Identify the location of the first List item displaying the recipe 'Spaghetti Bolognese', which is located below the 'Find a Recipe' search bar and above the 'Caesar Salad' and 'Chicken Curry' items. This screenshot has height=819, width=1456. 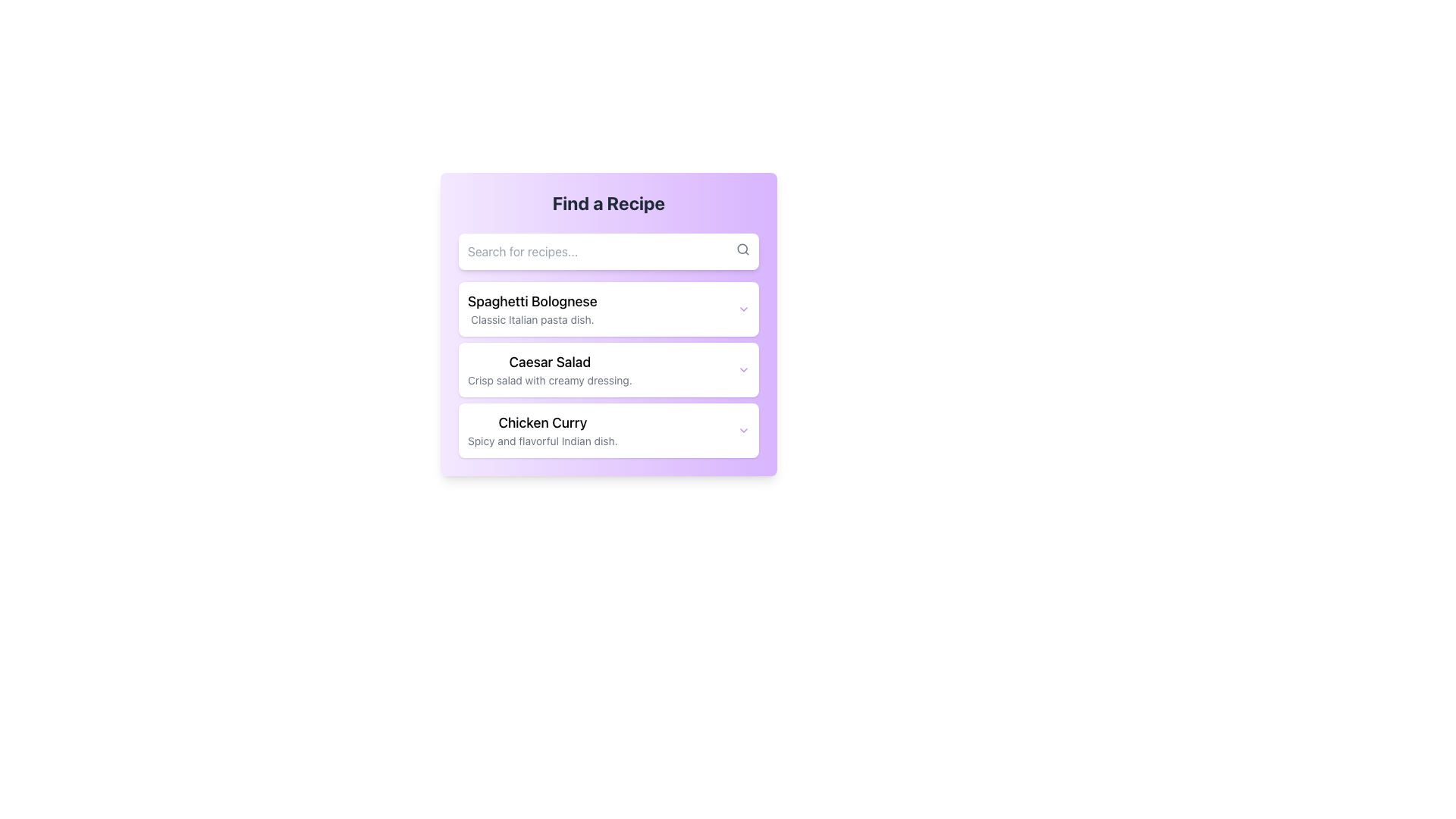
(532, 309).